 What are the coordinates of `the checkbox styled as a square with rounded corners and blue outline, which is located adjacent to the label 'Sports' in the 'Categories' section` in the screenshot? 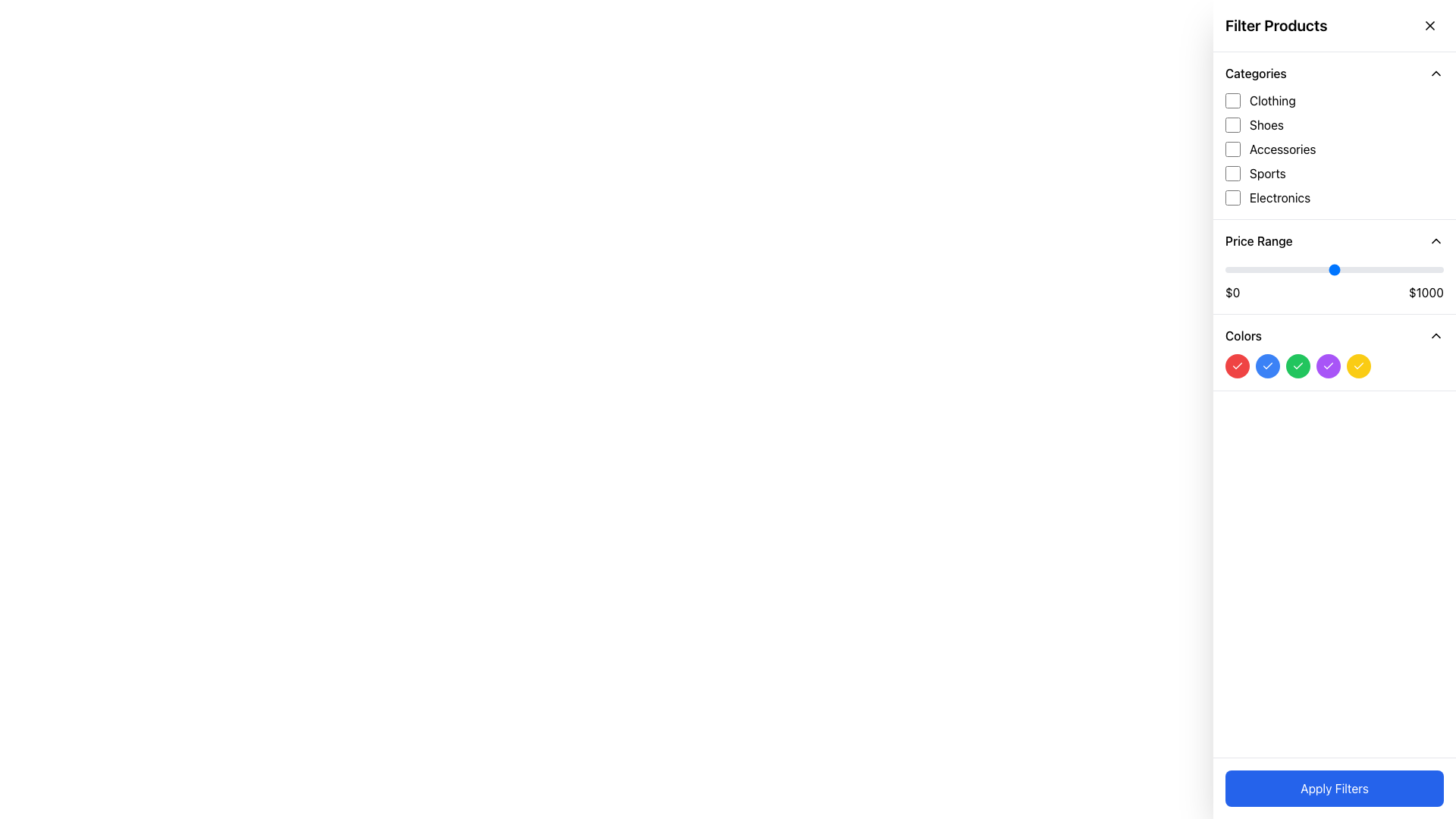 It's located at (1233, 172).